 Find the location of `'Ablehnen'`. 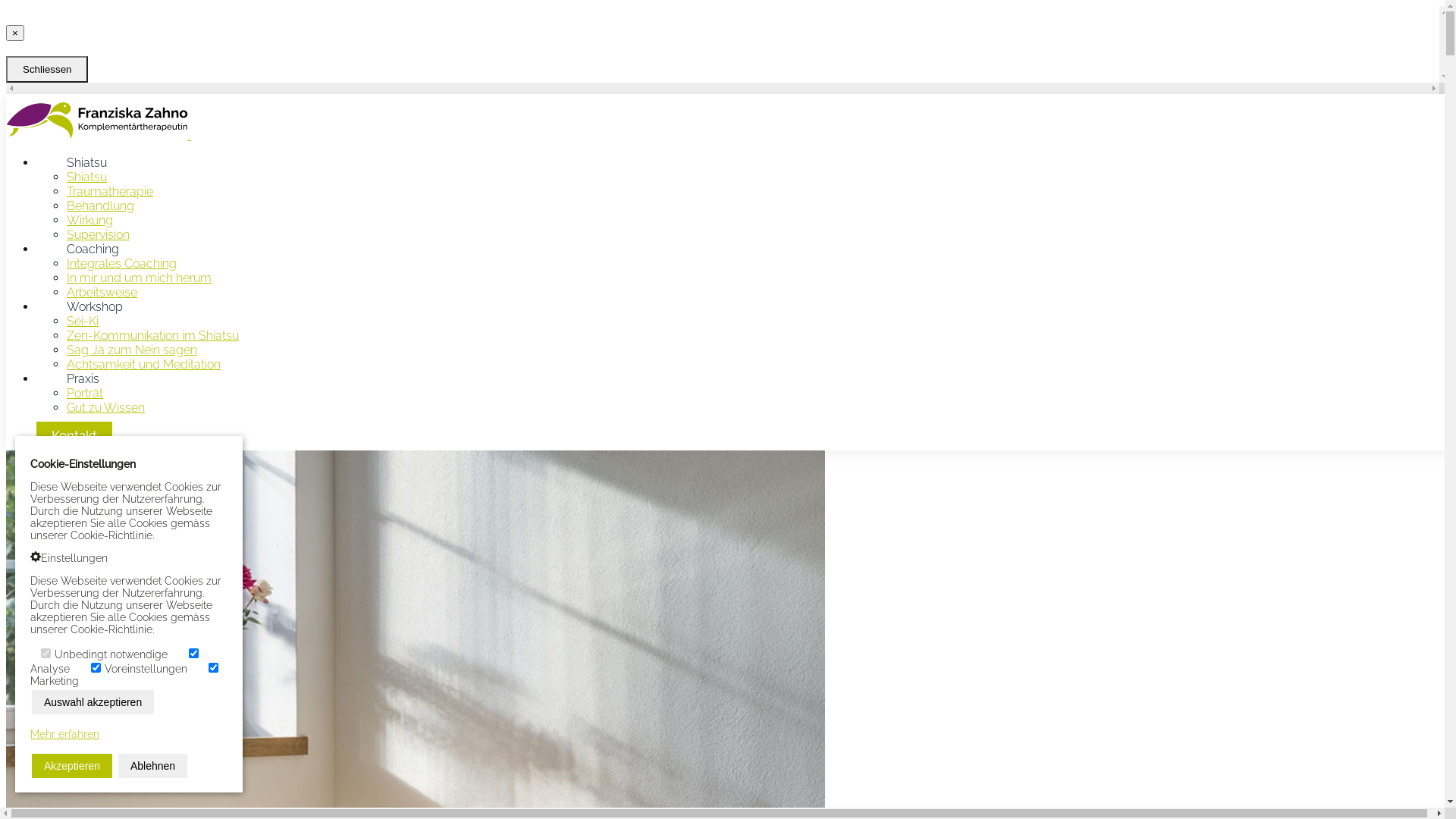

'Ablehnen' is located at coordinates (152, 766).